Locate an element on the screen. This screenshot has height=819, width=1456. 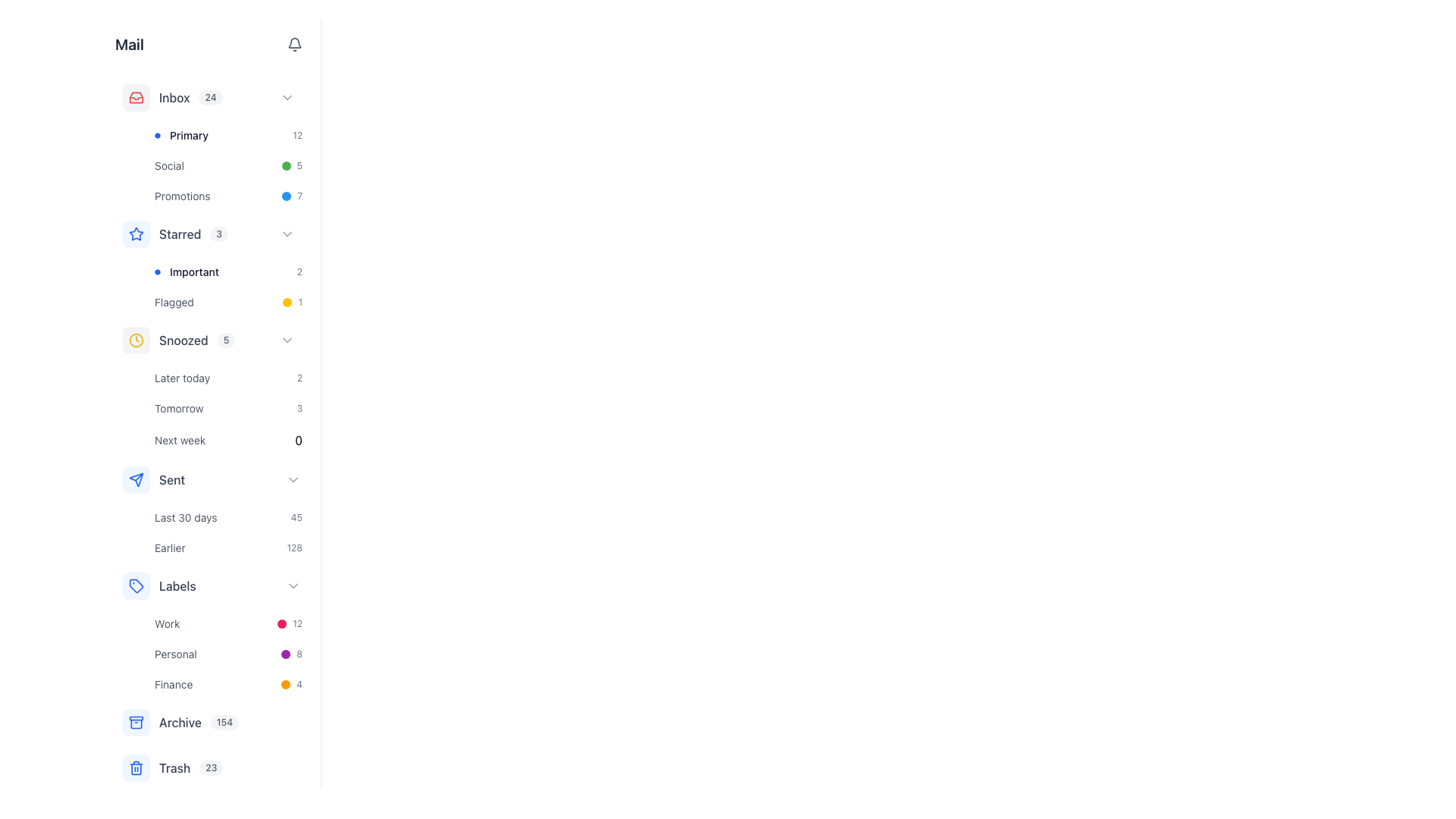
text label displaying 'Important' located in the vertical navigation menu under the 'Starred' section on the left side of the interface is located at coordinates (193, 271).